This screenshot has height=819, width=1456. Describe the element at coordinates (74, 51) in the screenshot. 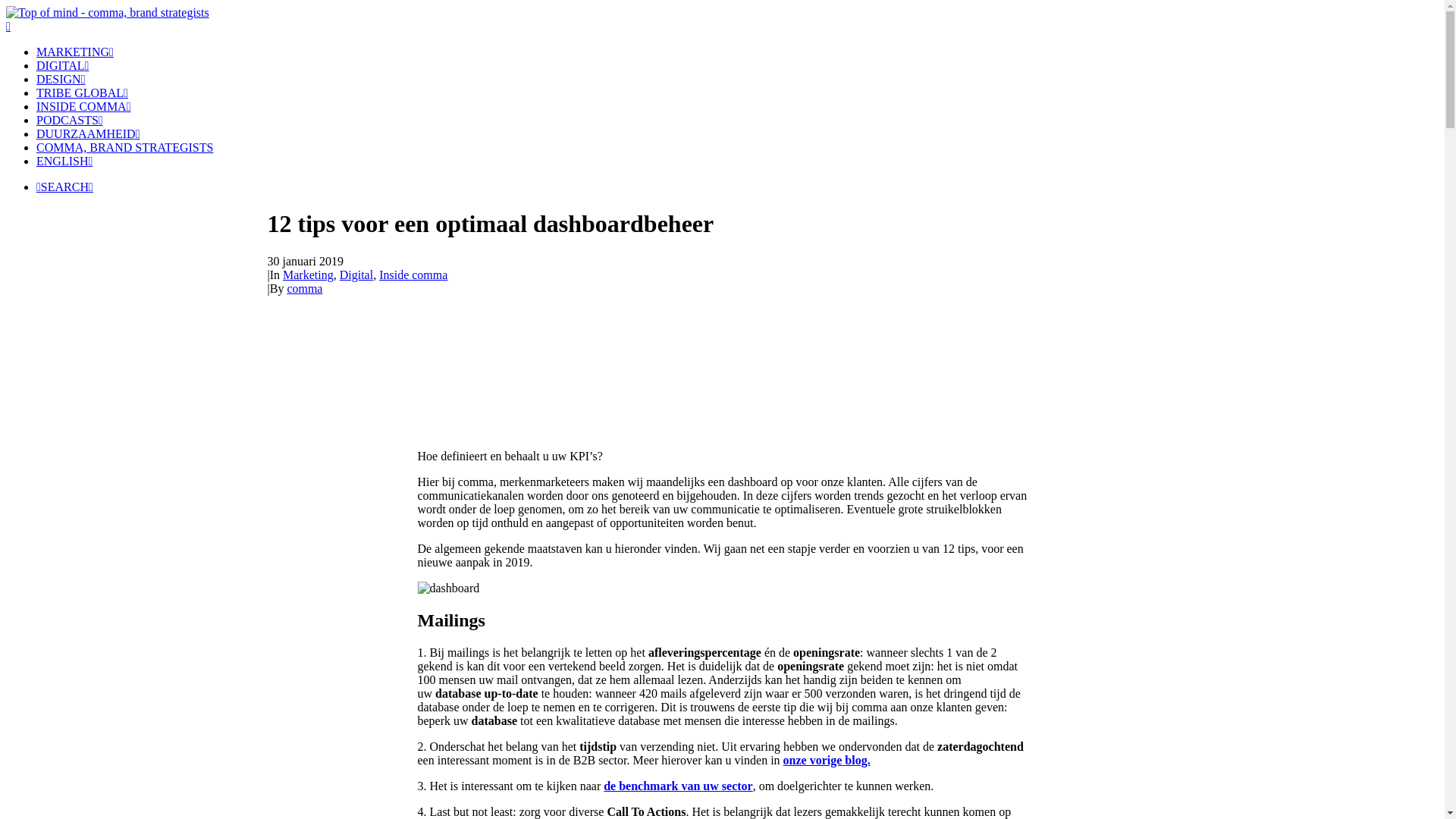

I see `'MARKETING'` at that location.